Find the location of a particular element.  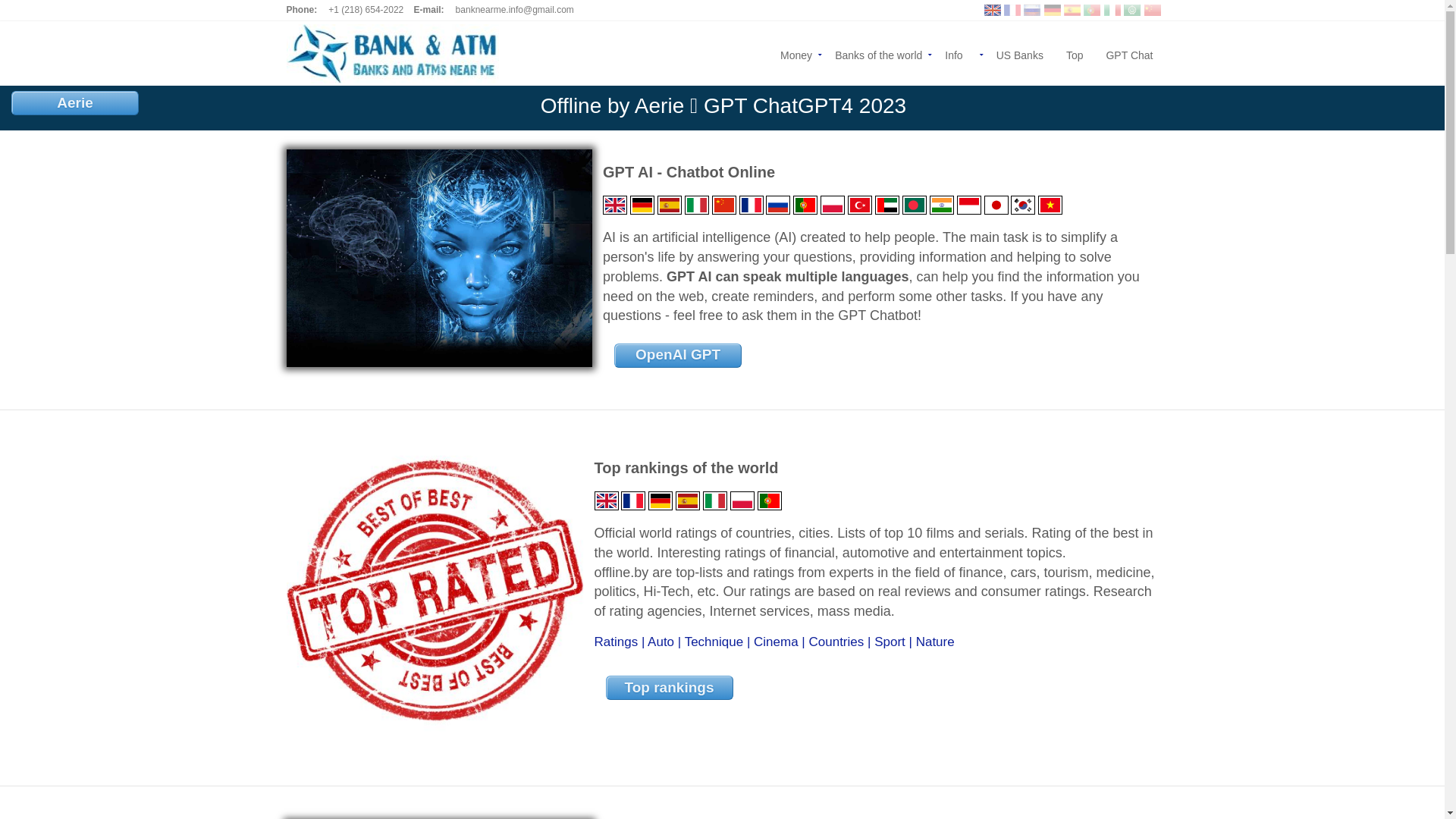

'Top' is located at coordinates (1074, 52).